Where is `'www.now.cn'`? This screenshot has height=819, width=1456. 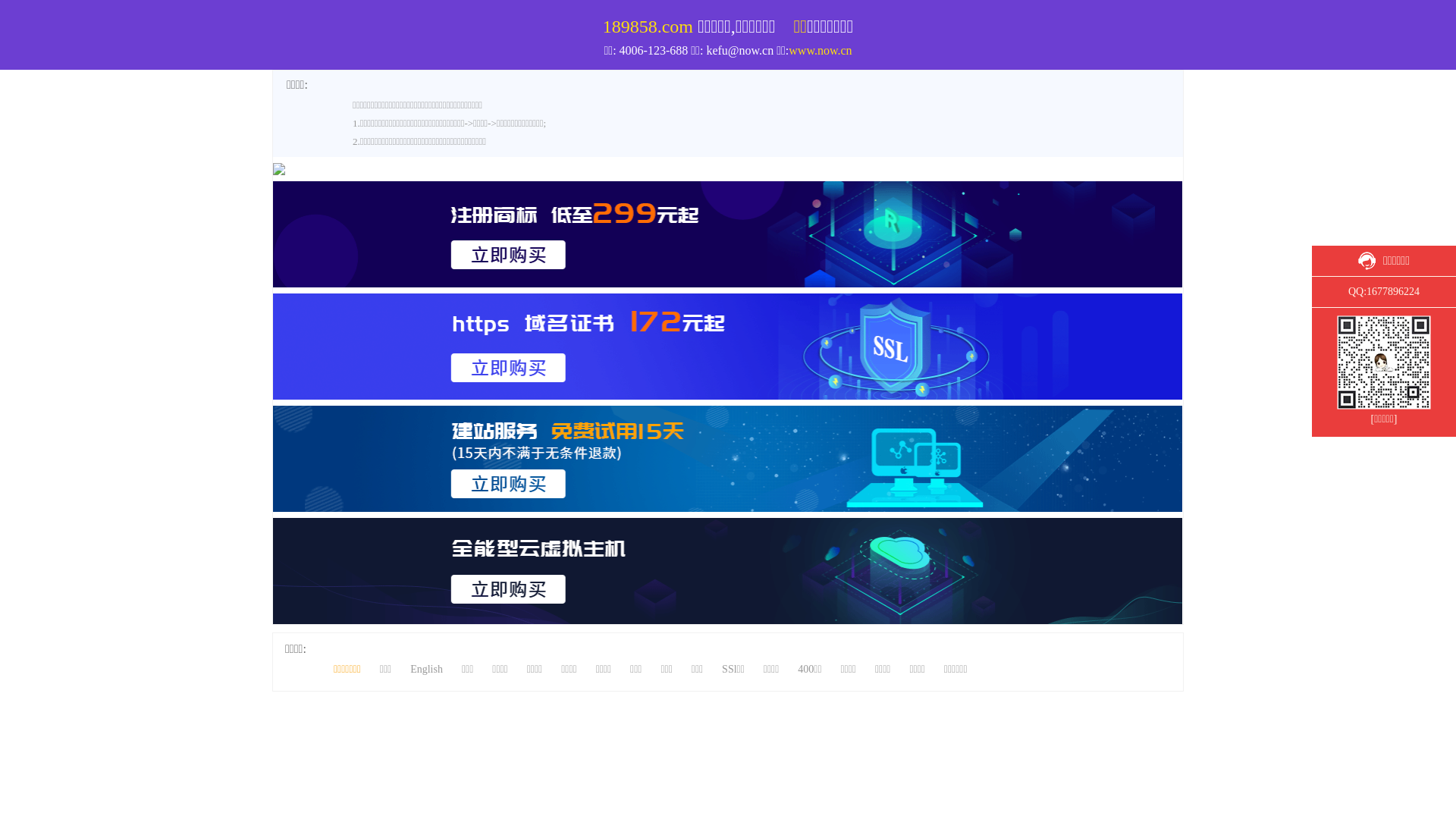 'www.now.cn' is located at coordinates (819, 49).